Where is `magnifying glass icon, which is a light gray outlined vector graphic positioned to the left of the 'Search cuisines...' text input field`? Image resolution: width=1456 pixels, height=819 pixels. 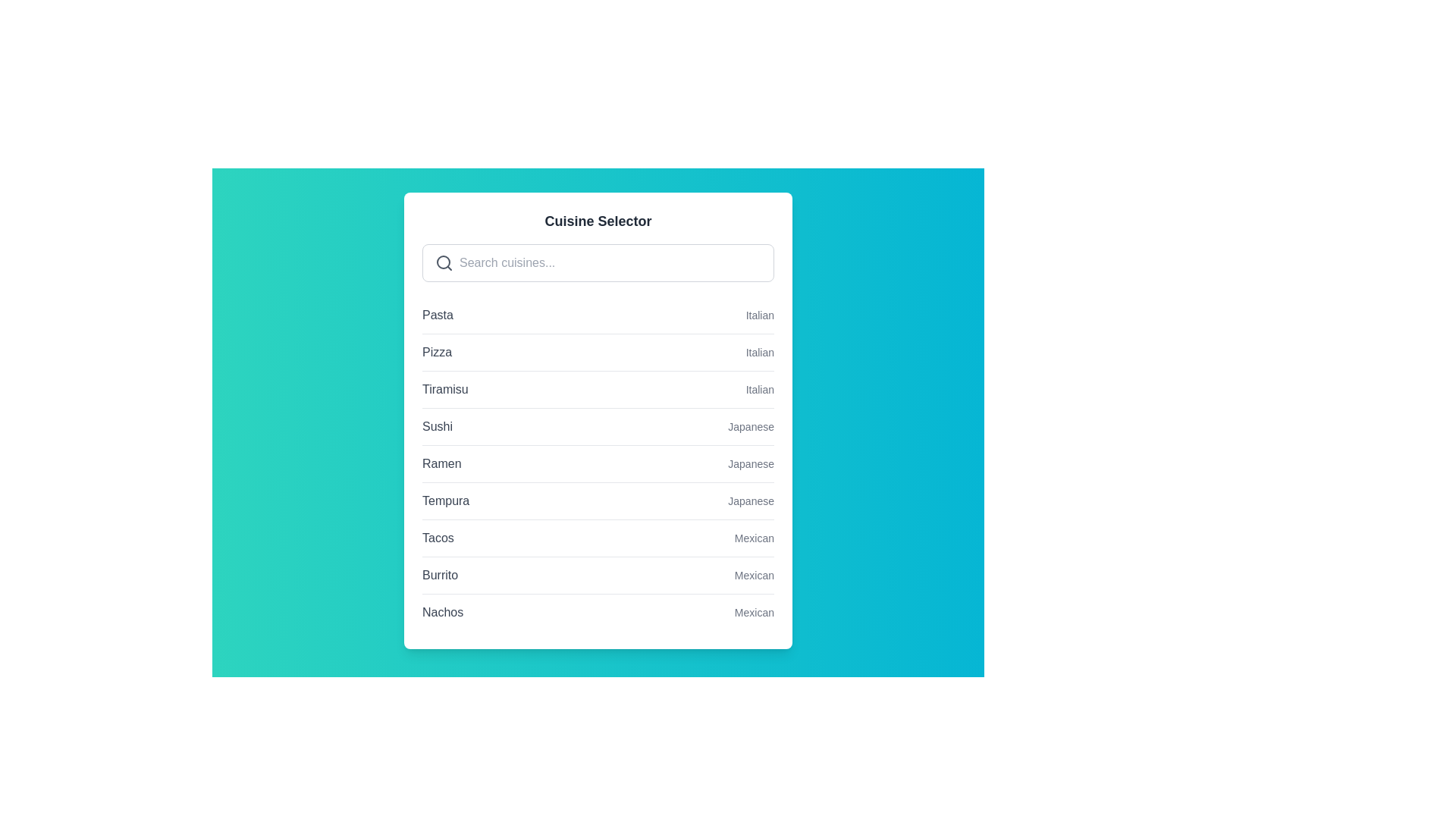 magnifying glass icon, which is a light gray outlined vector graphic positioned to the left of the 'Search cuisines...' text input field is located at coordinates (443, 262).